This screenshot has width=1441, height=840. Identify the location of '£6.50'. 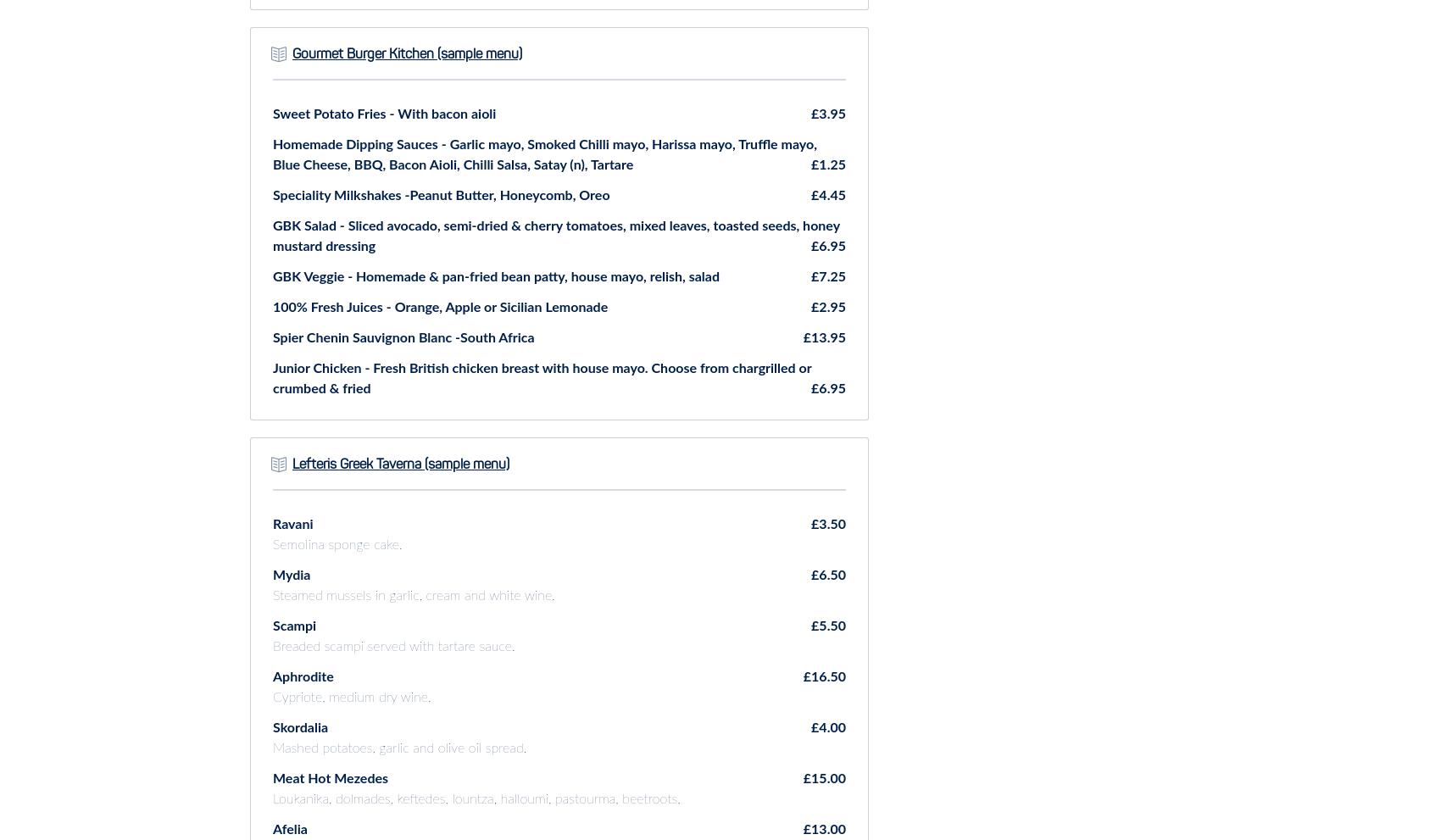
(810, 575).